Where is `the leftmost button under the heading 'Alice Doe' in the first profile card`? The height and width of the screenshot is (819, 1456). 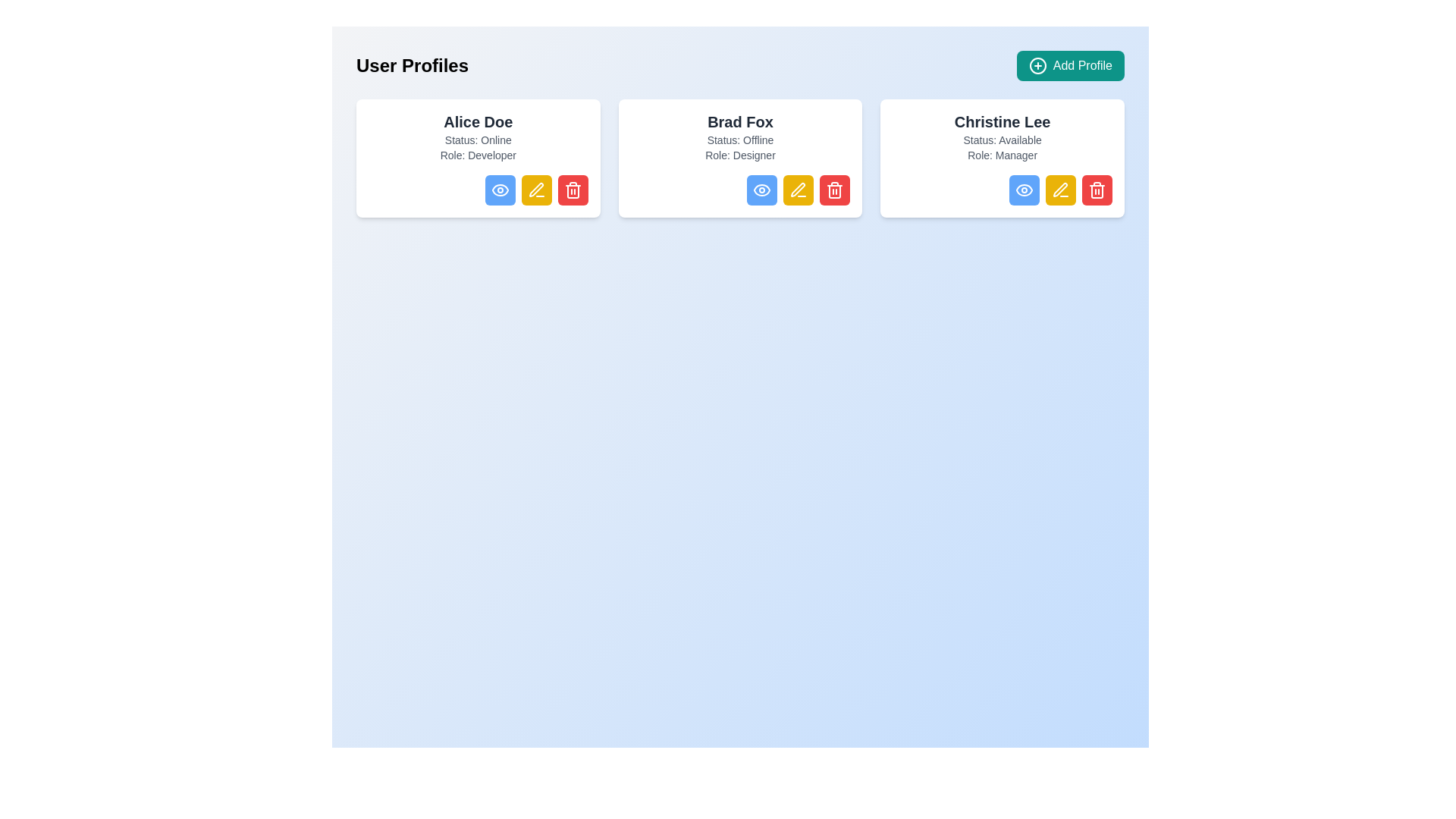
the leftmost button under the heading 'Alice Doe' in the first profile card is located at coordinates (500, 189).